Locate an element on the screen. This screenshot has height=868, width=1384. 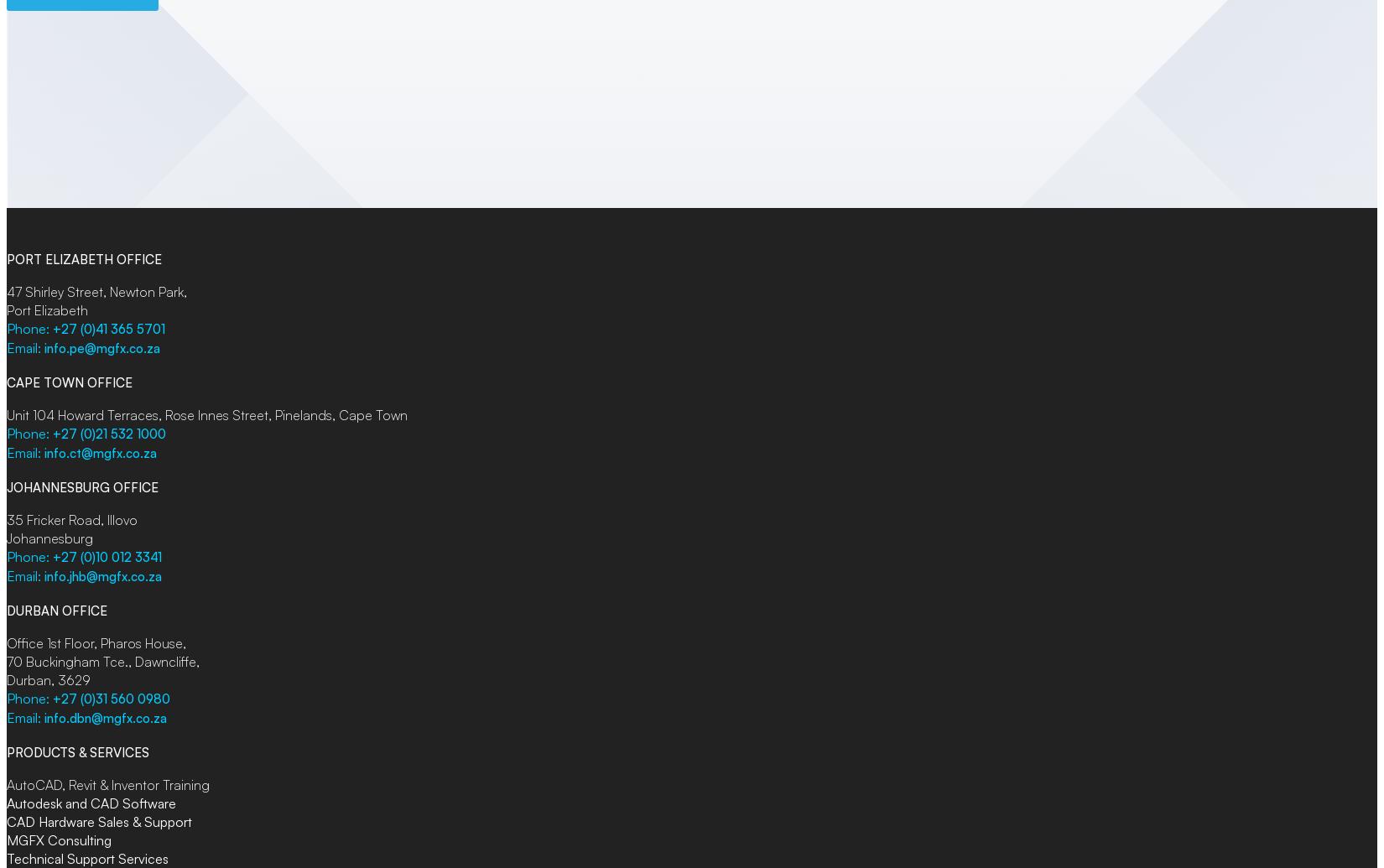
'info.pe@mgfx.co.za' is located at coordinates (101, 348).